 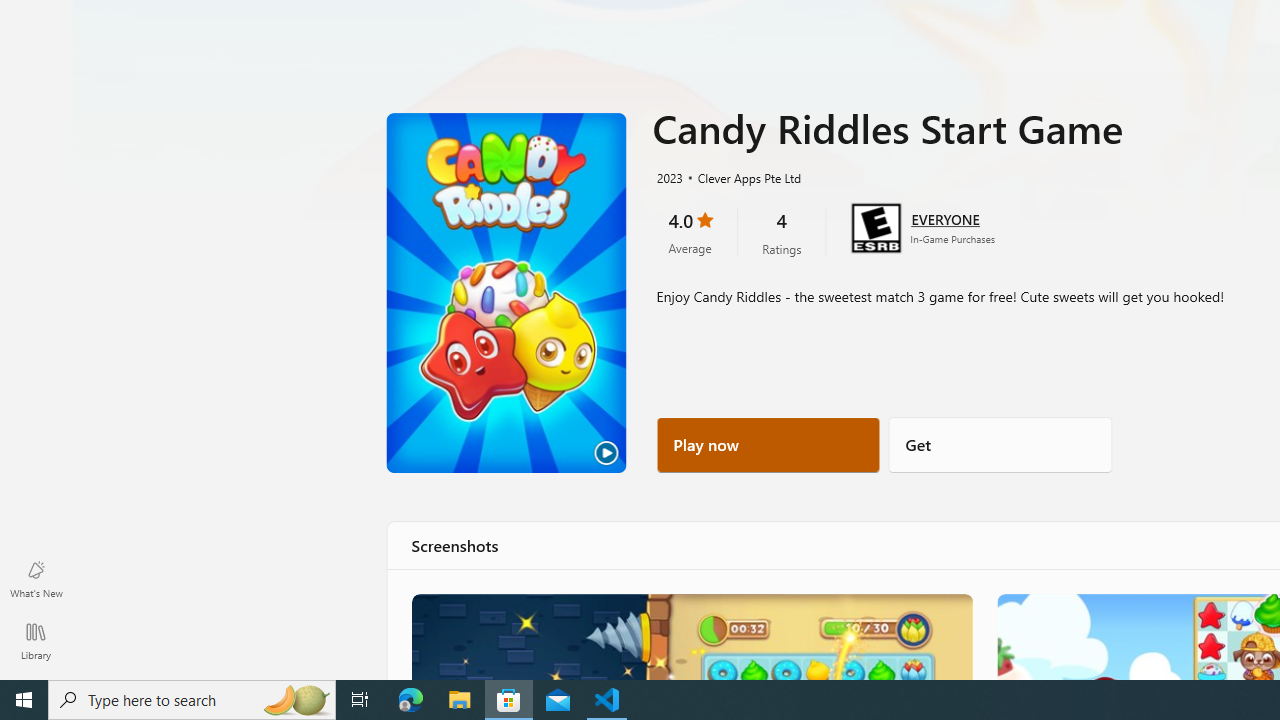 What do you see at coordinates (740, 176) in the screenshot?
I see `'Clever Apps Pte Ltd'` at bounding box center [740, 176].